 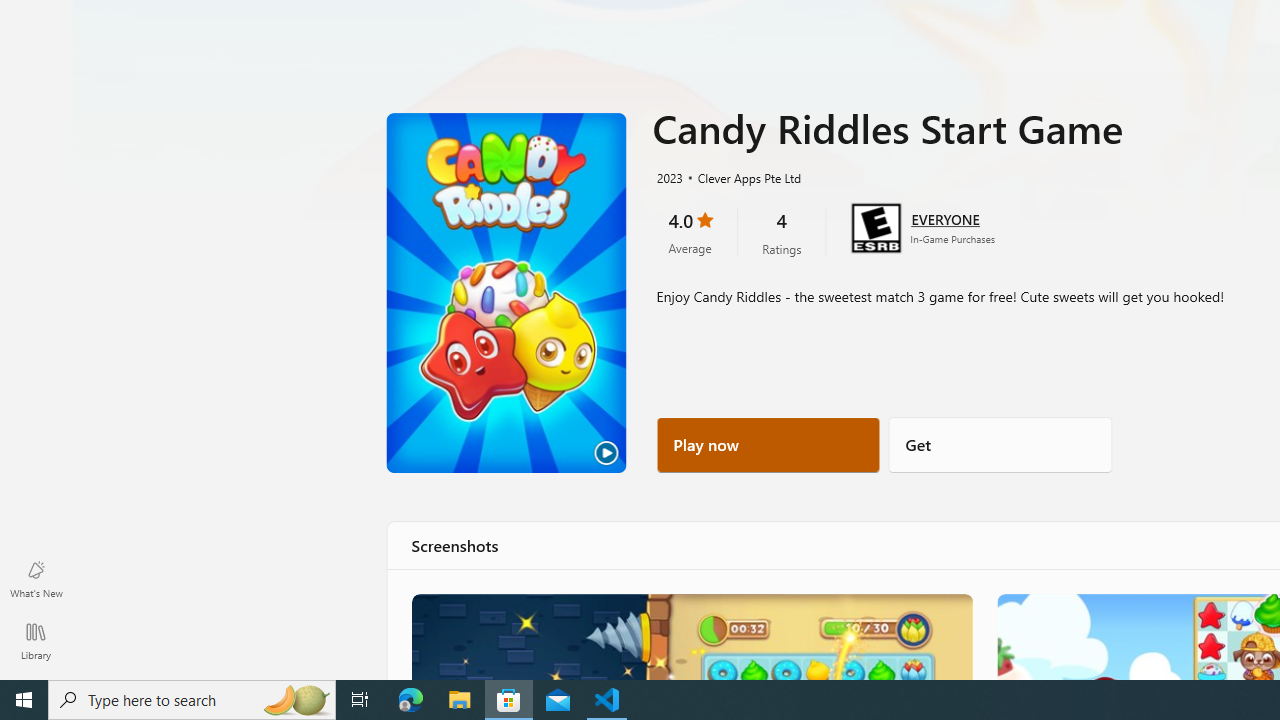 What do you see at coordinates (740, 176) in the screenshot?
I see `'Clever Apps Pte Ltd'` at bounding box center [740, 176].